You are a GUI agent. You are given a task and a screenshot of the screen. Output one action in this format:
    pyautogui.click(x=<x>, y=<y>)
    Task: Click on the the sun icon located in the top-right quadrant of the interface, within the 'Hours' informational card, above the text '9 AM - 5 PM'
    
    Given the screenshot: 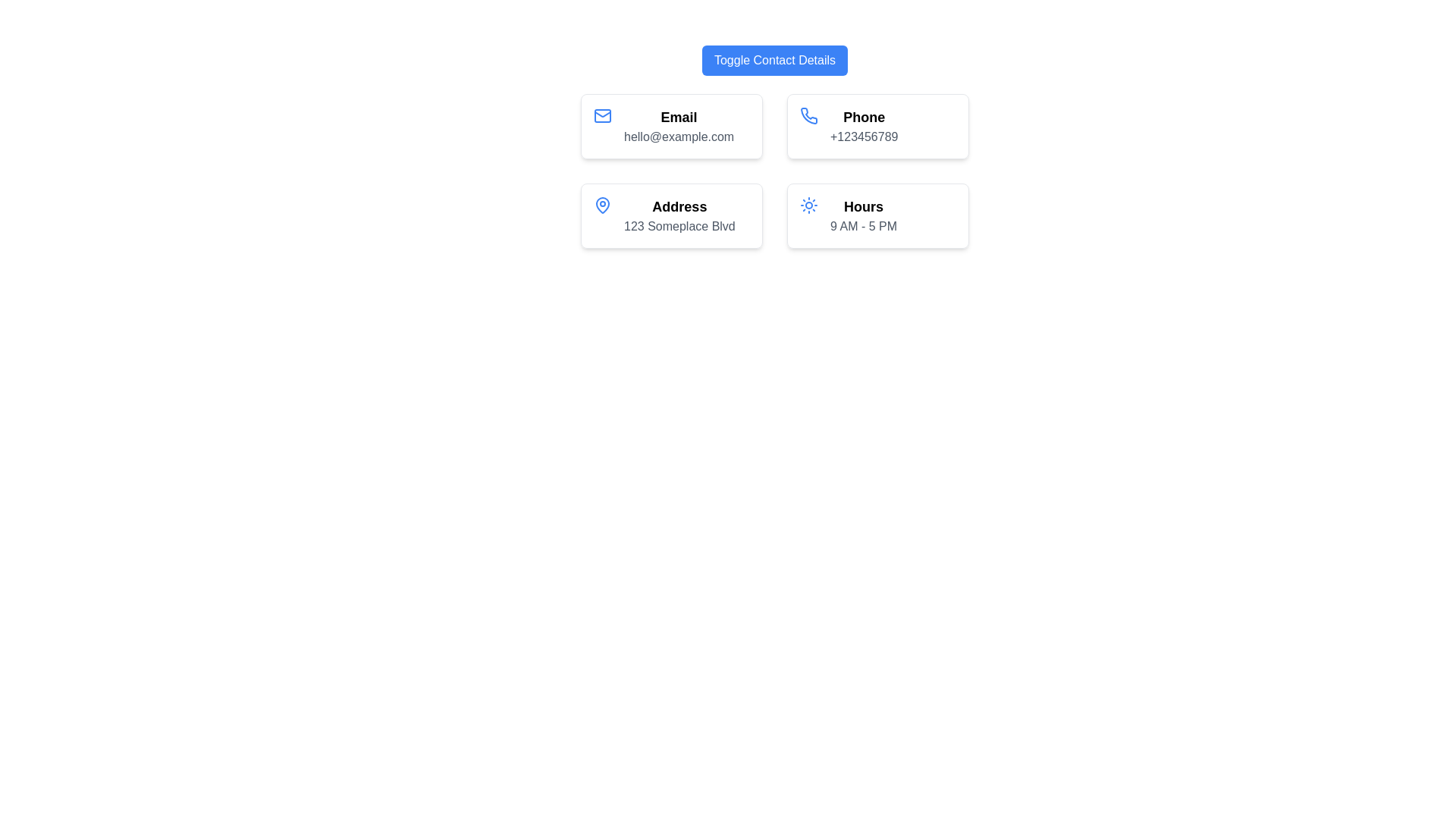 What is the action you would take?
    pyautogui.click(x=808, y=205)
    